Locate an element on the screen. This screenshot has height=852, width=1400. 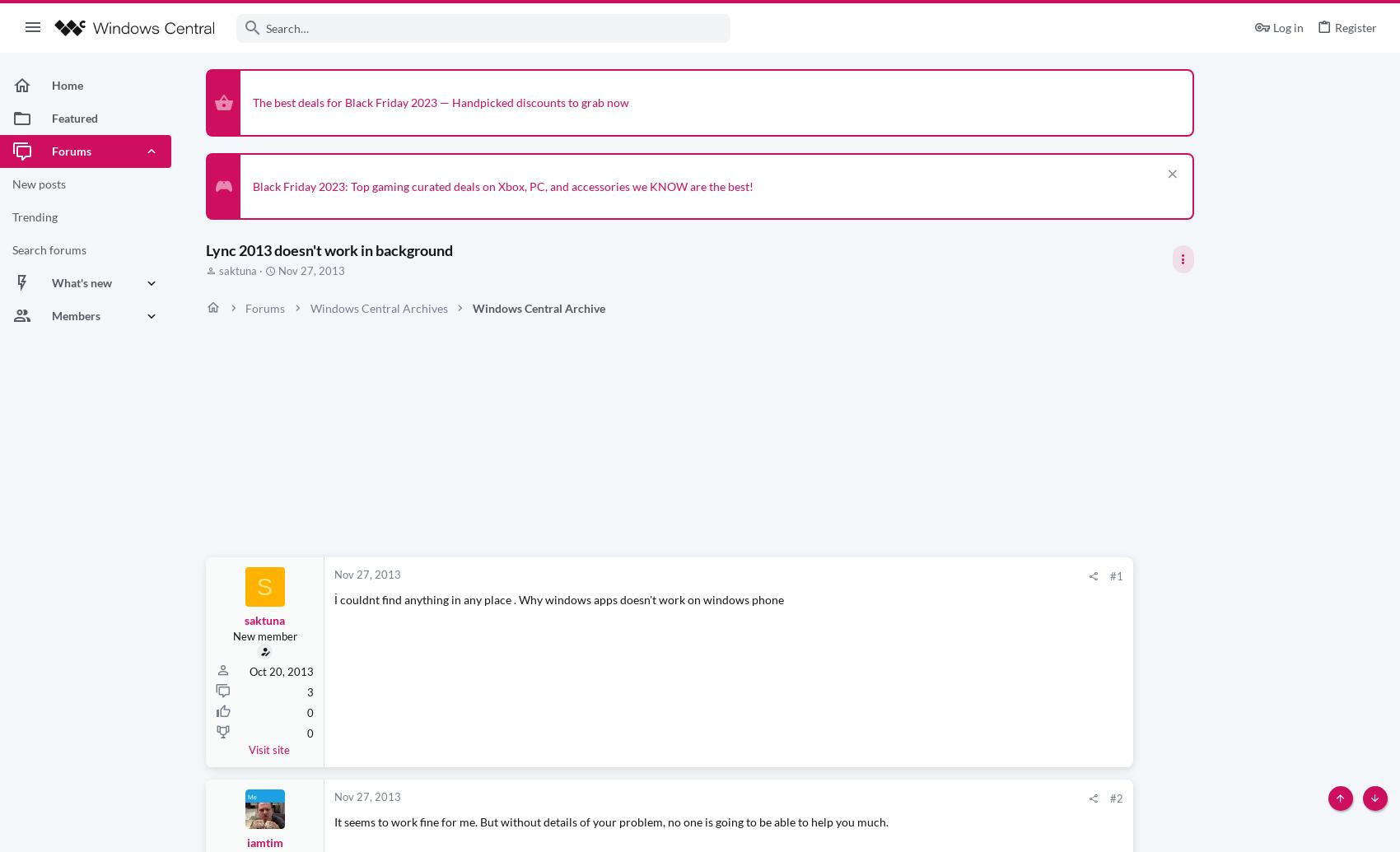
'Members' is located at coordinates (76, 315).